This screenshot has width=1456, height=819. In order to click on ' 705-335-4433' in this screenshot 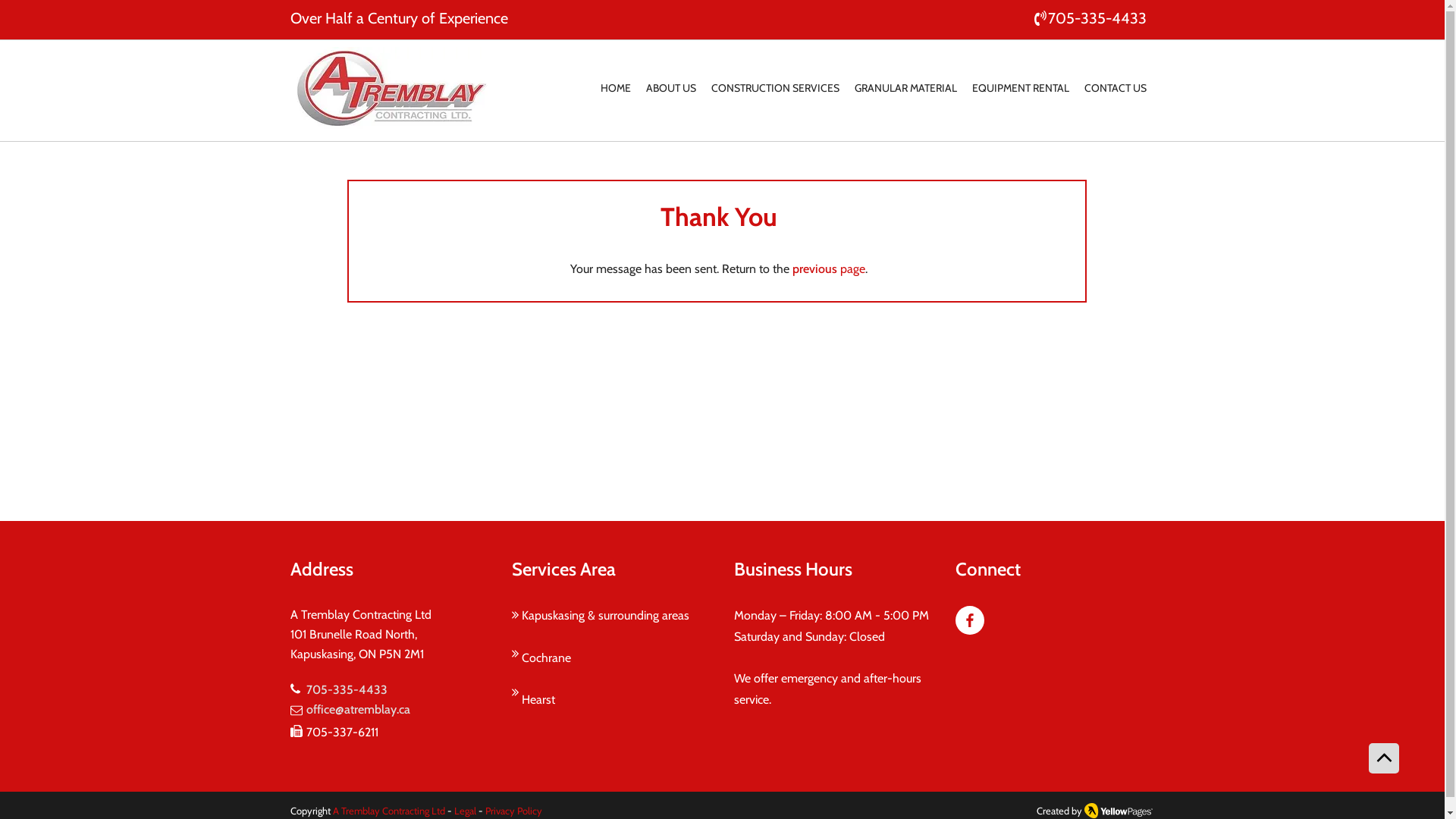, I will do `click(1088, 17)`.